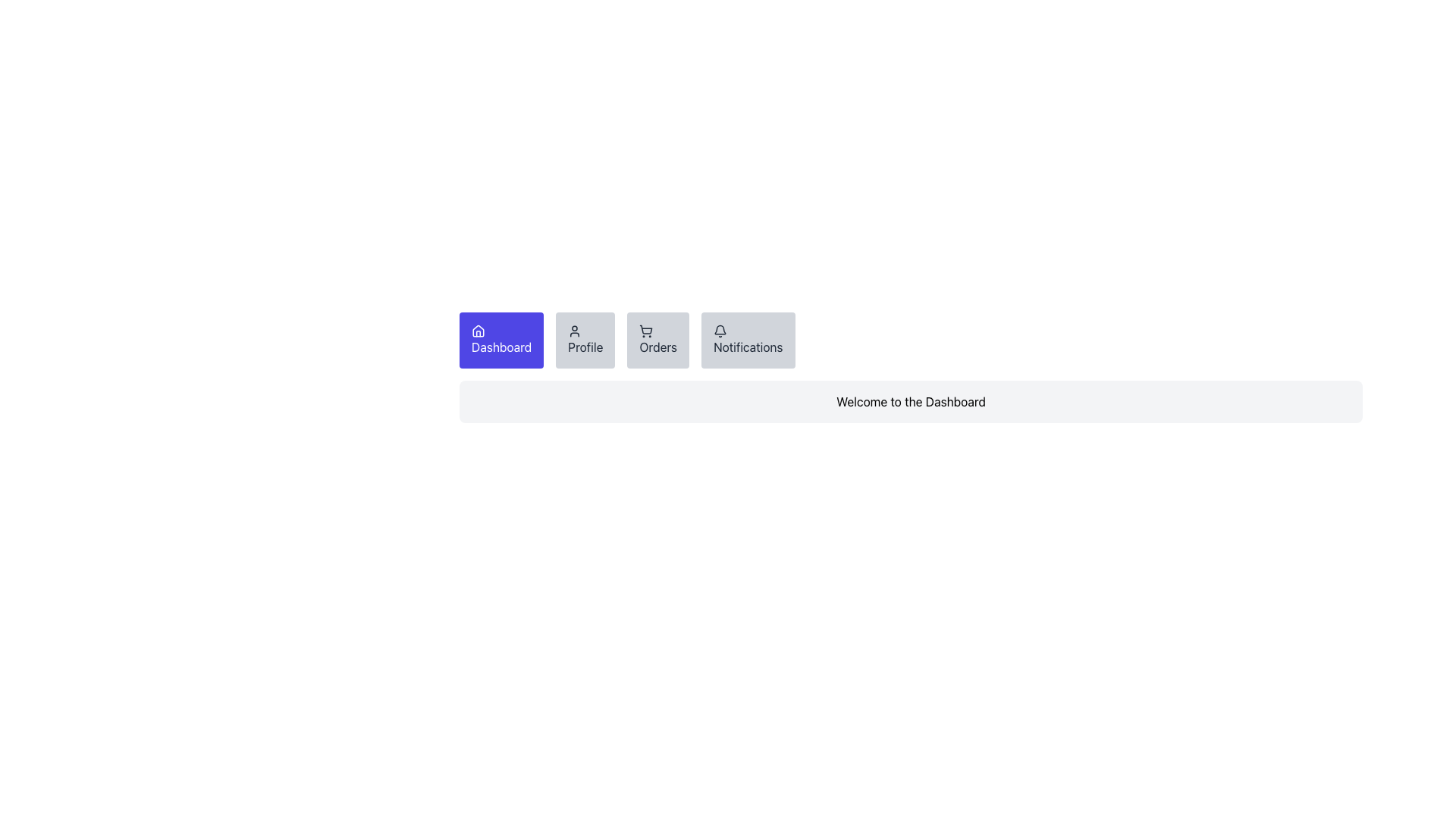 Image resolution: width=1456 pixels, height=819 pixels. Describe the element at coordinates (646, 330) in the screenshot. I see `the 'Orders' icon in the navigation toolbar, which is positioned between the 'Profile' and 'Notifications' buttons` at that location.